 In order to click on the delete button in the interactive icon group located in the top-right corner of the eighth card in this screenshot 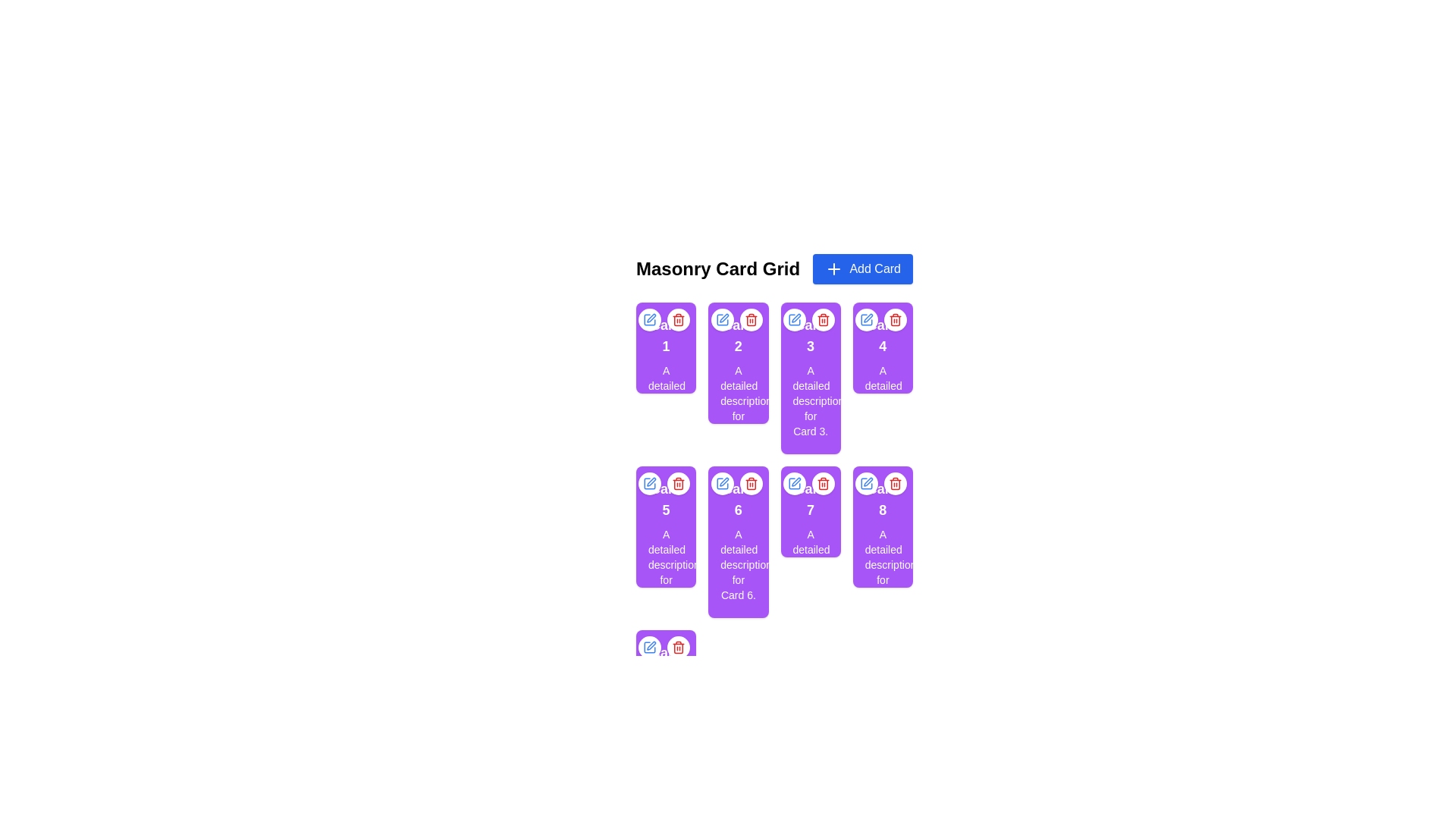, I will do `click(880, 483)`.